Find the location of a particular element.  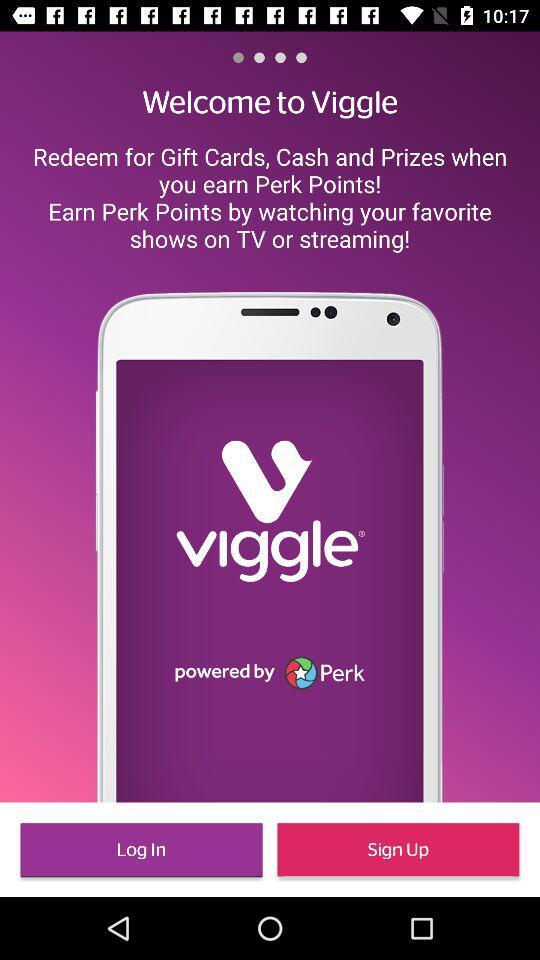

icon to the right of the log in icon is located at coordinates (398, 848).